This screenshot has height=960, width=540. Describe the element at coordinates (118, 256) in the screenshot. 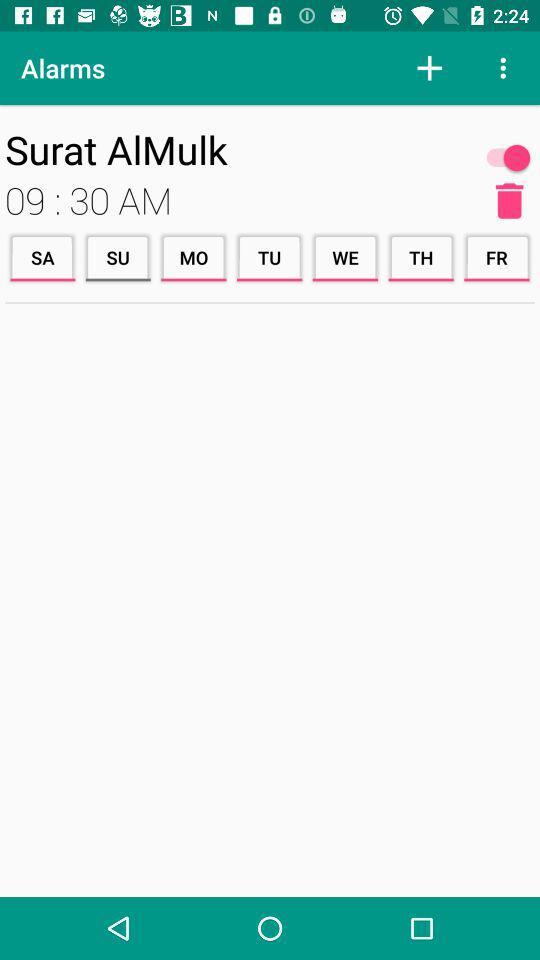

I see `the icon below 09 : 30 am` at that location.